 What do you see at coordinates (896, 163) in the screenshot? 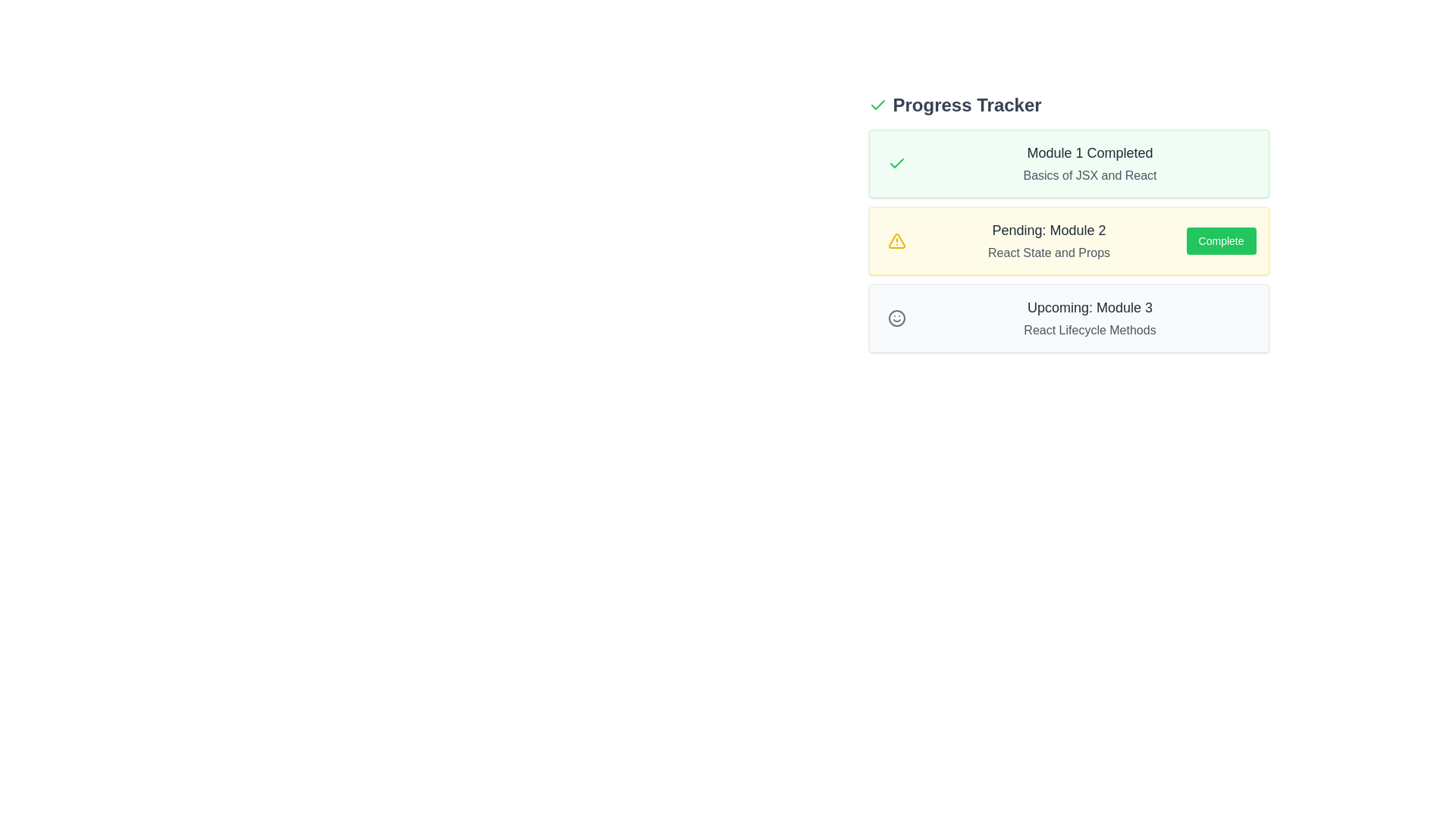
I see `the checkmark icon within the 'Module 1 Completed' section of the 'Progress Tracker' interface, which indicates success or completion` at bounding box center [896, 163].